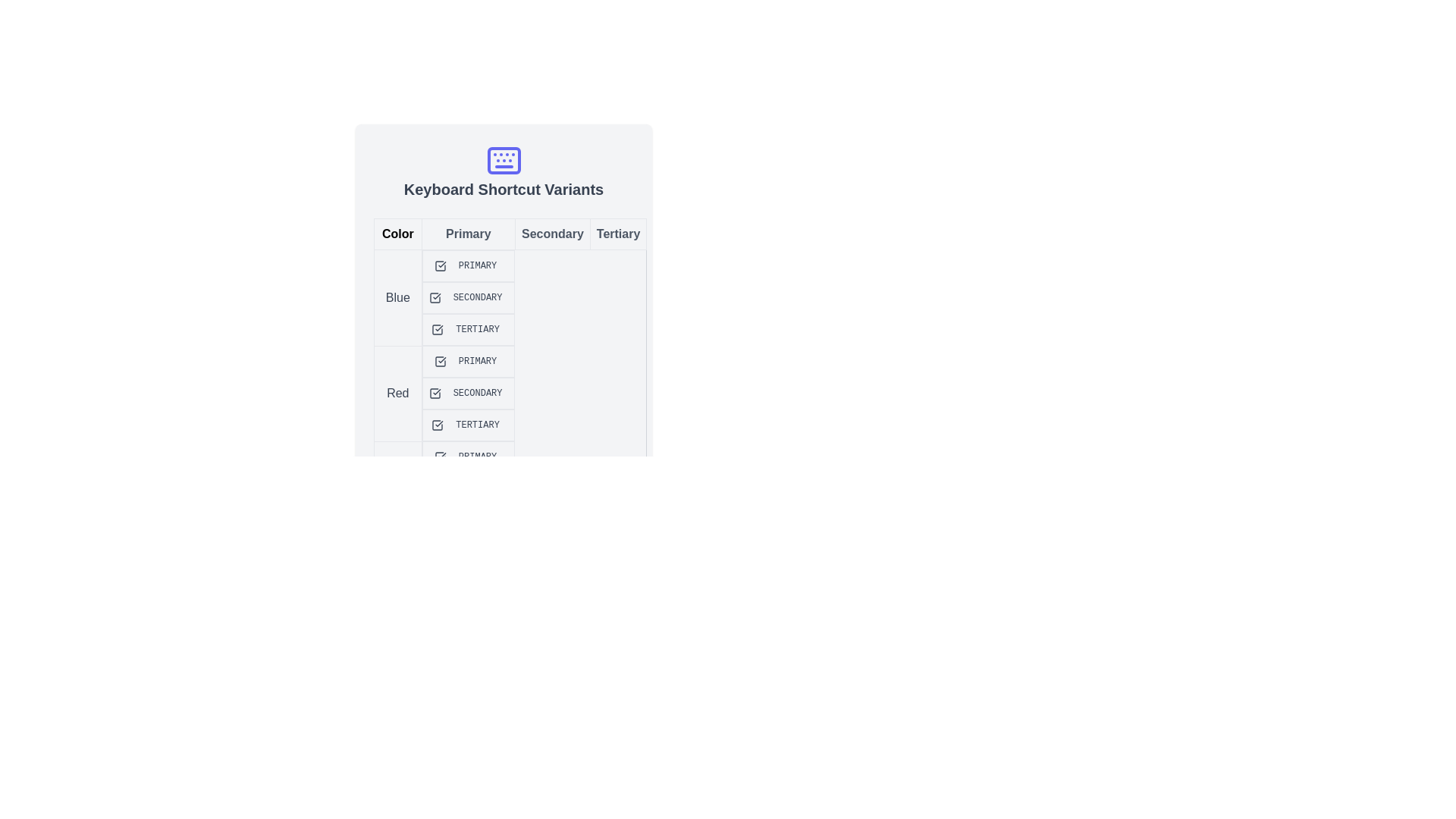 The image size is (1456, 819). I want to click on the header with the icon that introduces 'Keyboard Shortcut Variants', located at the top-center of a card-like widget, so click(504, 171).